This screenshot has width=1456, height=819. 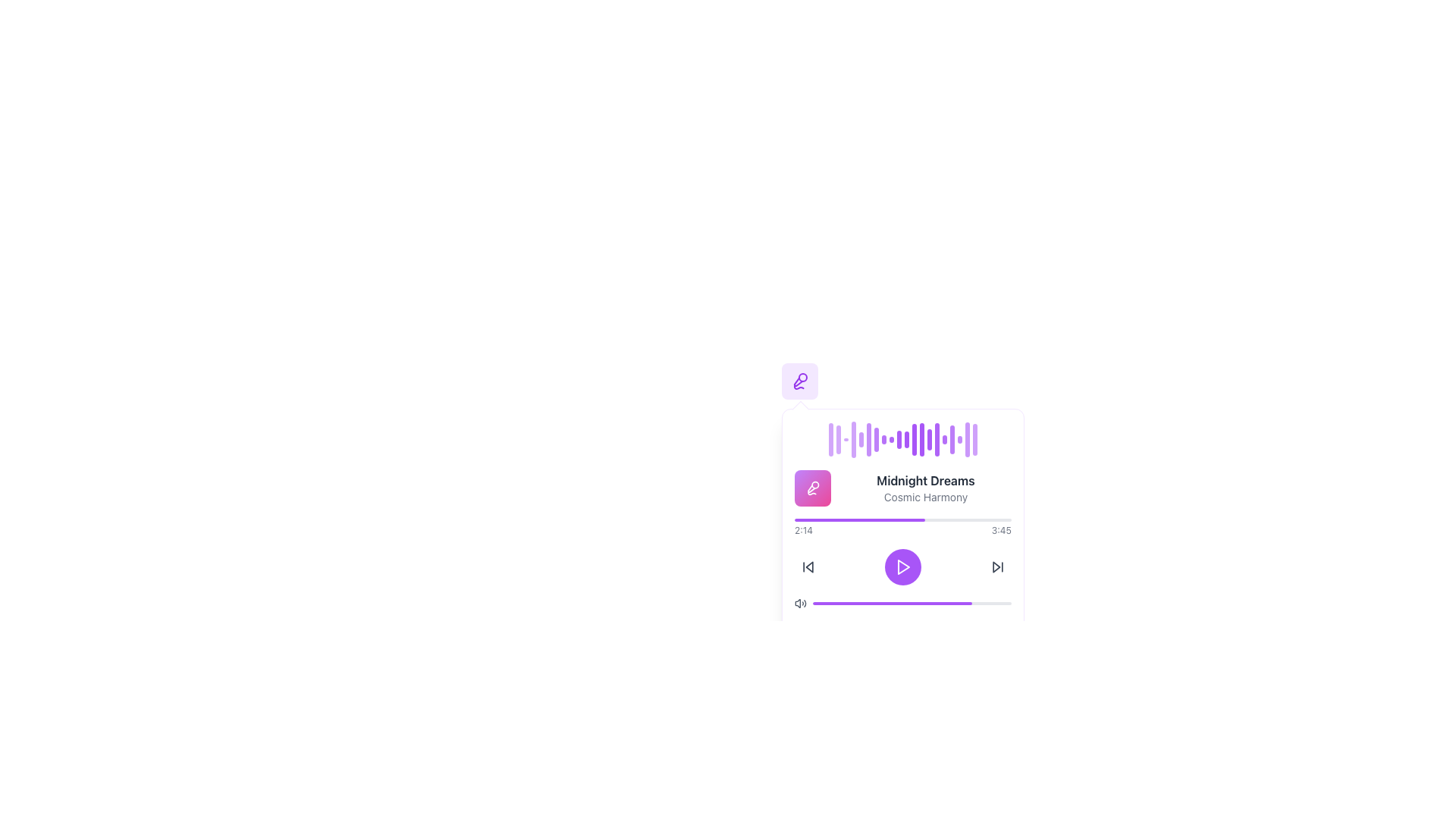 I want to click on the progress, so click(x=951, y=602).